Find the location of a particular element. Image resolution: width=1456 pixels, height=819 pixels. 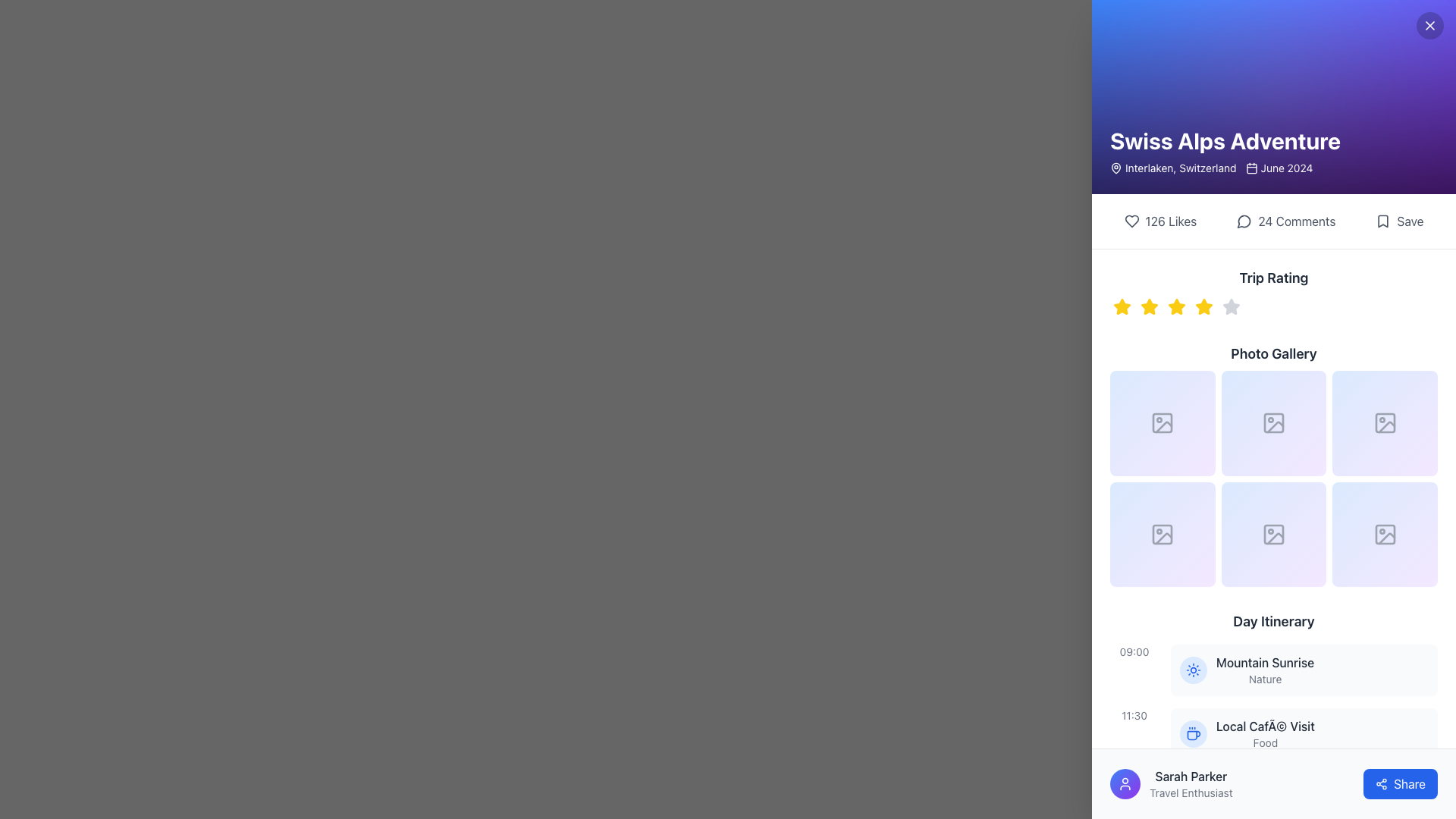

the circular user icon with a gradient background transitioning from blue to purple, located to the left of the label 'Sarah Parker' and the subtitle 'Travel Enthusiast' is located at coordinates (1125, 783).